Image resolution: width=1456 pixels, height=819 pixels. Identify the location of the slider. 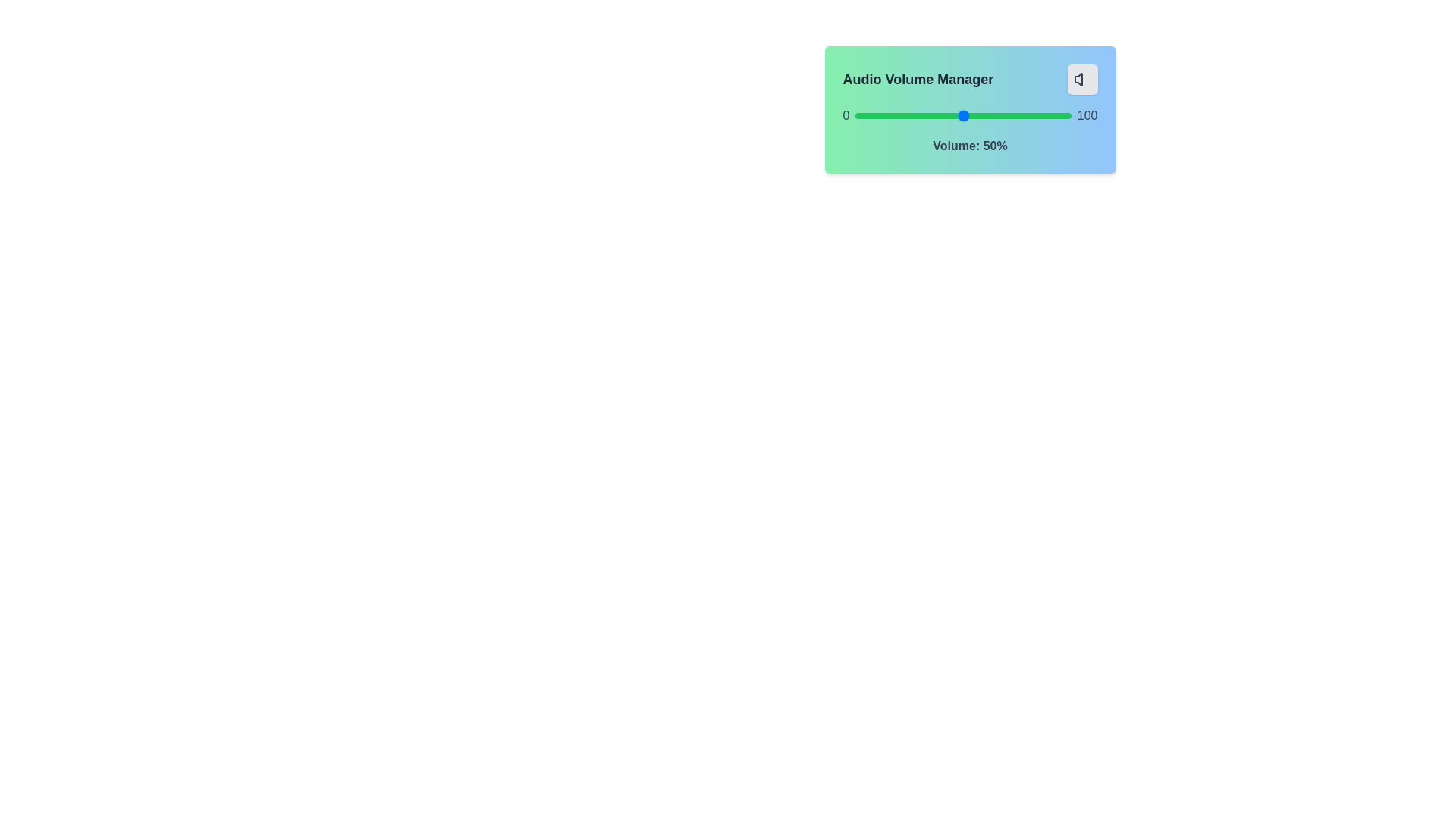
(902, 115).